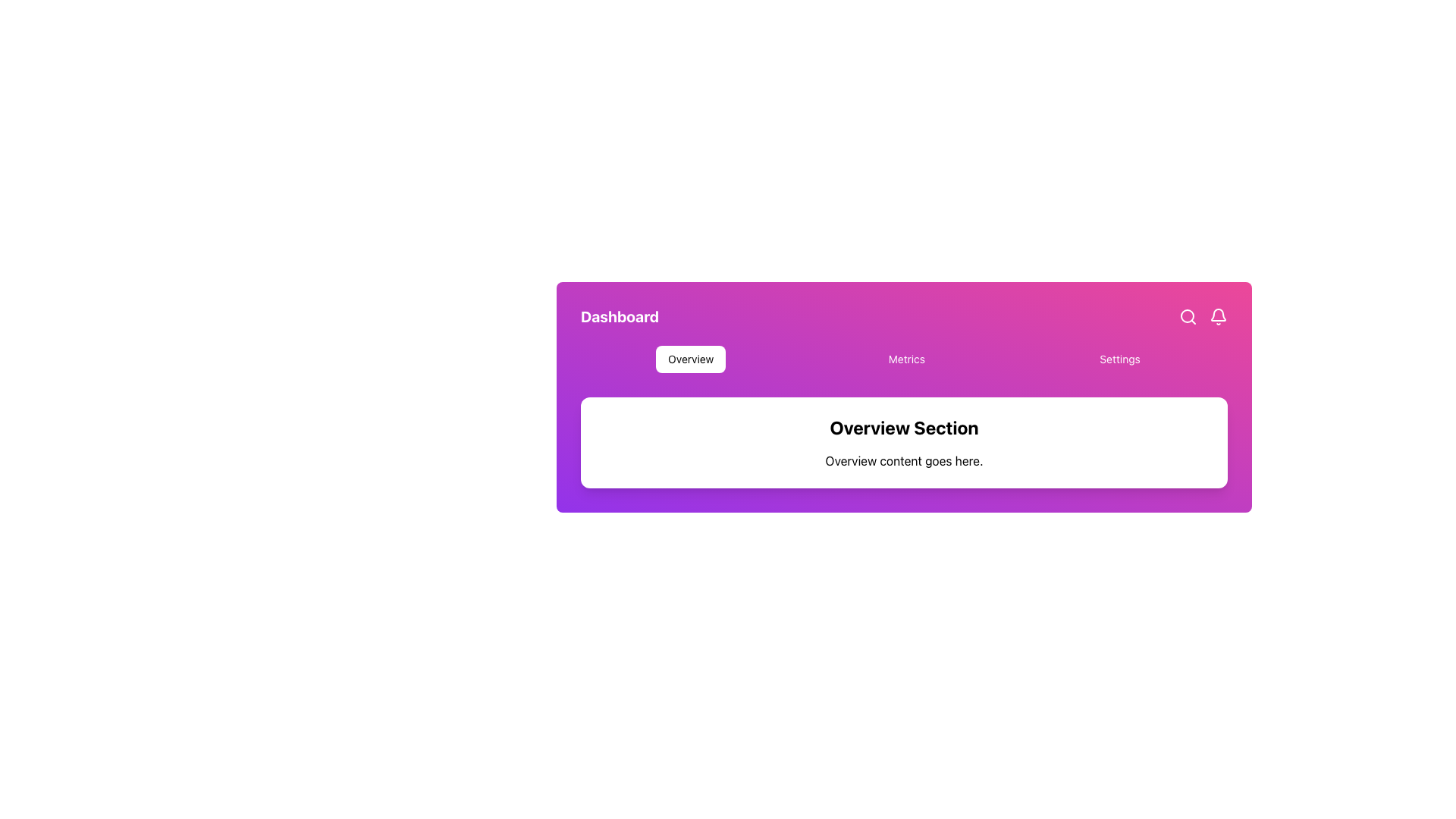 This screenshot has width=1456, height=819. What do you see at coordinates (904, 397) in the screenshot?
I see `the navigation buttons 'Overview', 'Metrics', or 'Settings' in the central navigation and content section located below the 'Dashboard' header` at bounding box center [904, 397].